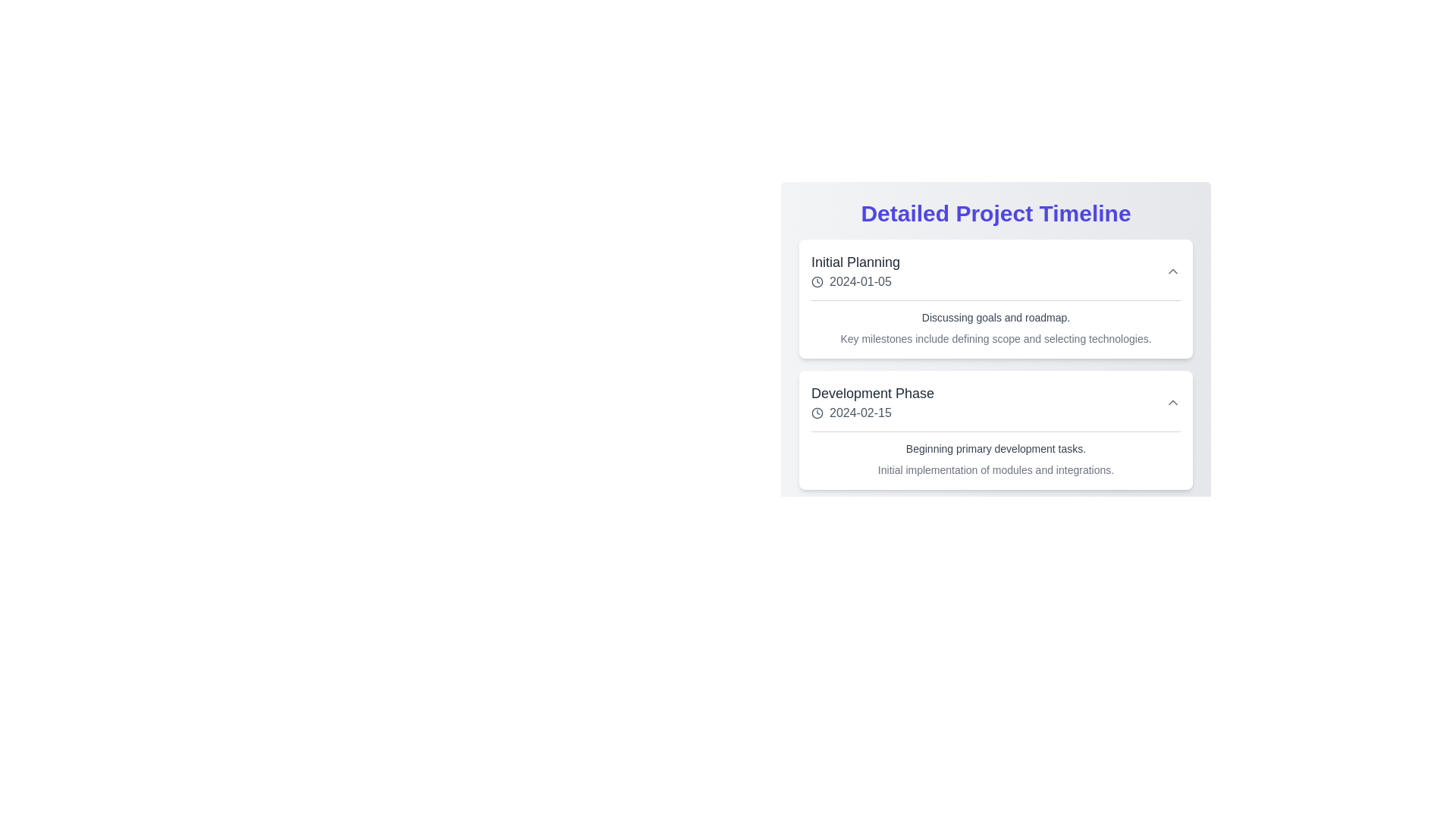  What do you see at coordinates (873, 393) in the screenshot?
I see `the 'Development Phase' text label, which identifies the phase of the development process in the timeline entry layout` at bounding box center [873, 393].